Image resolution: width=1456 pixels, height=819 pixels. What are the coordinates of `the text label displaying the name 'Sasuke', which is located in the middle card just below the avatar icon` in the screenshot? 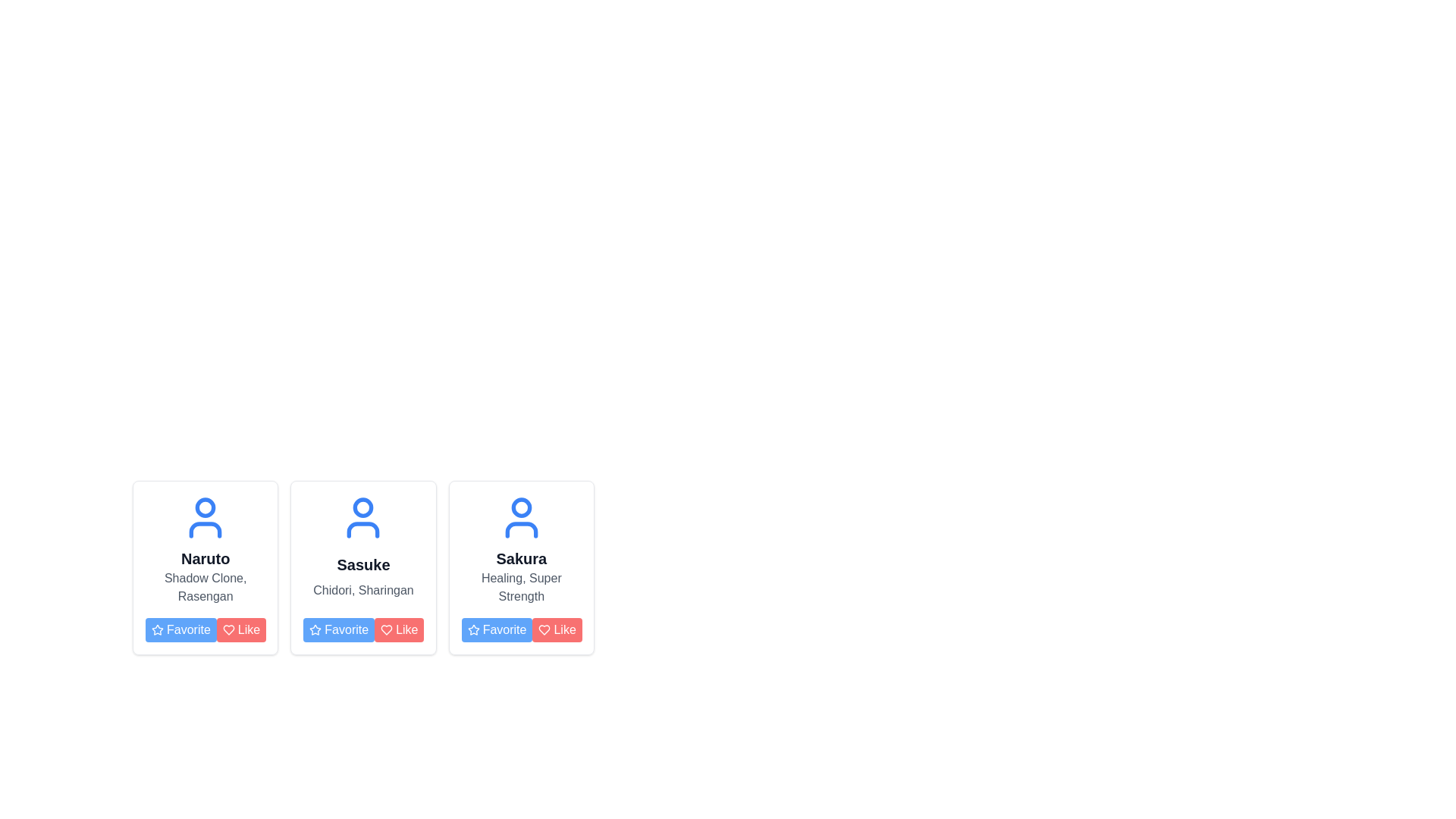 It's located at (362, 564).